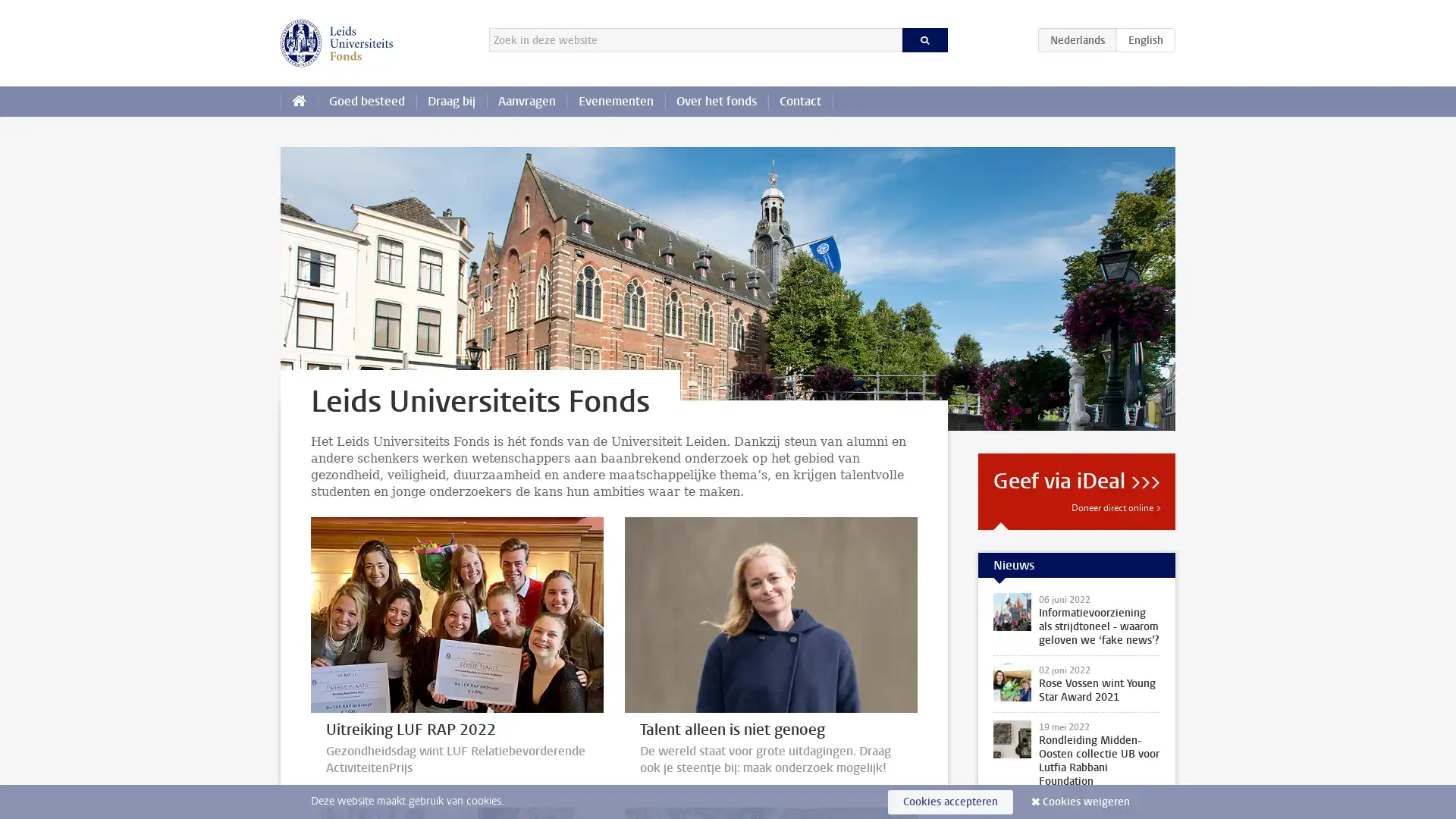 The width and height of the screenshot is (1456, 819). Describe the element at coordinates (924, 39) in the screenshot. I see `Zoeken` at that location.